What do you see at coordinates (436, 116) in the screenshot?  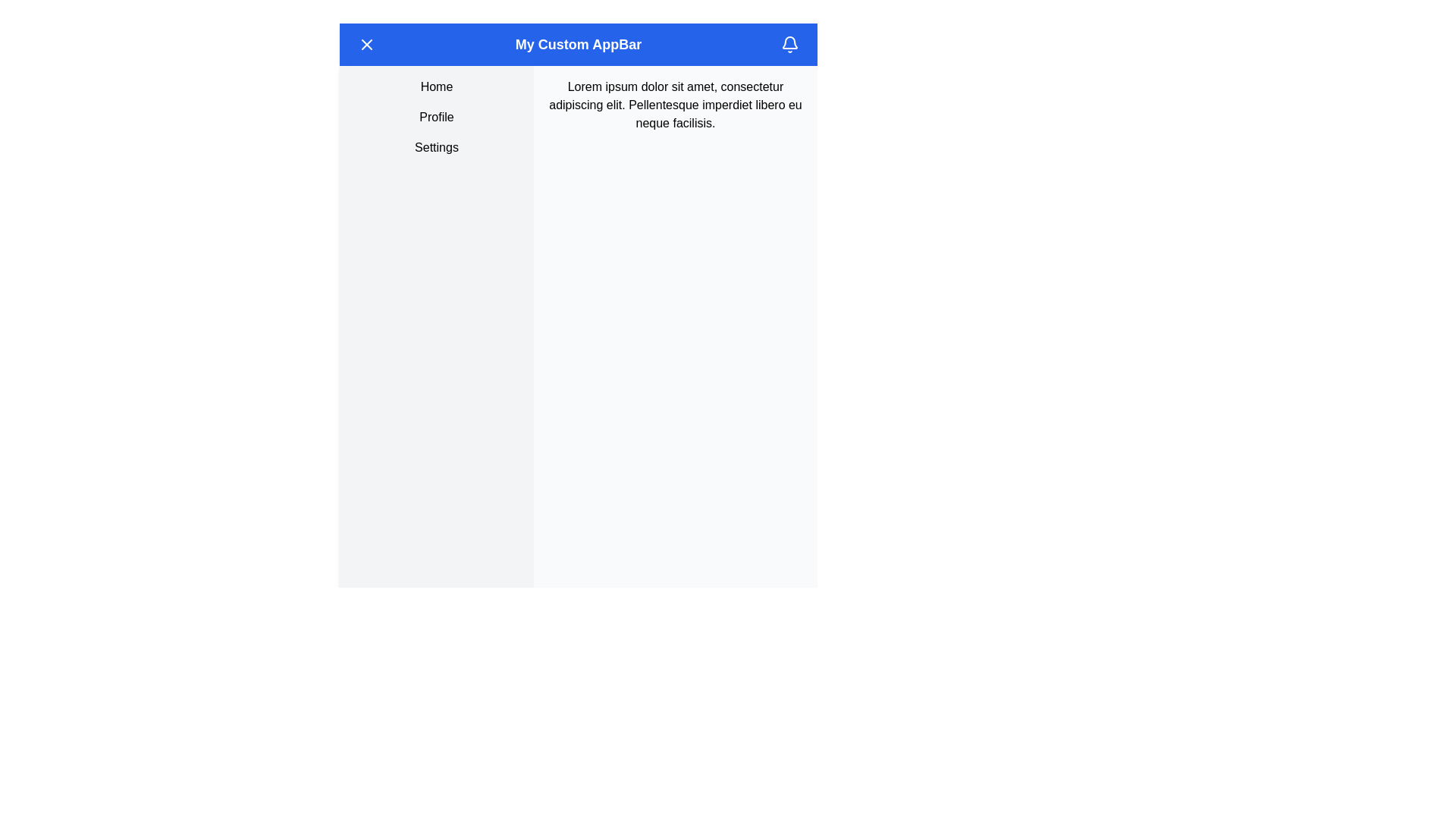 I see `the 'Profile' label in the vertical list of options located in the side menu panel, which is positioned below 'Home' and above 'Settings'` at bounding box center [436, 116].